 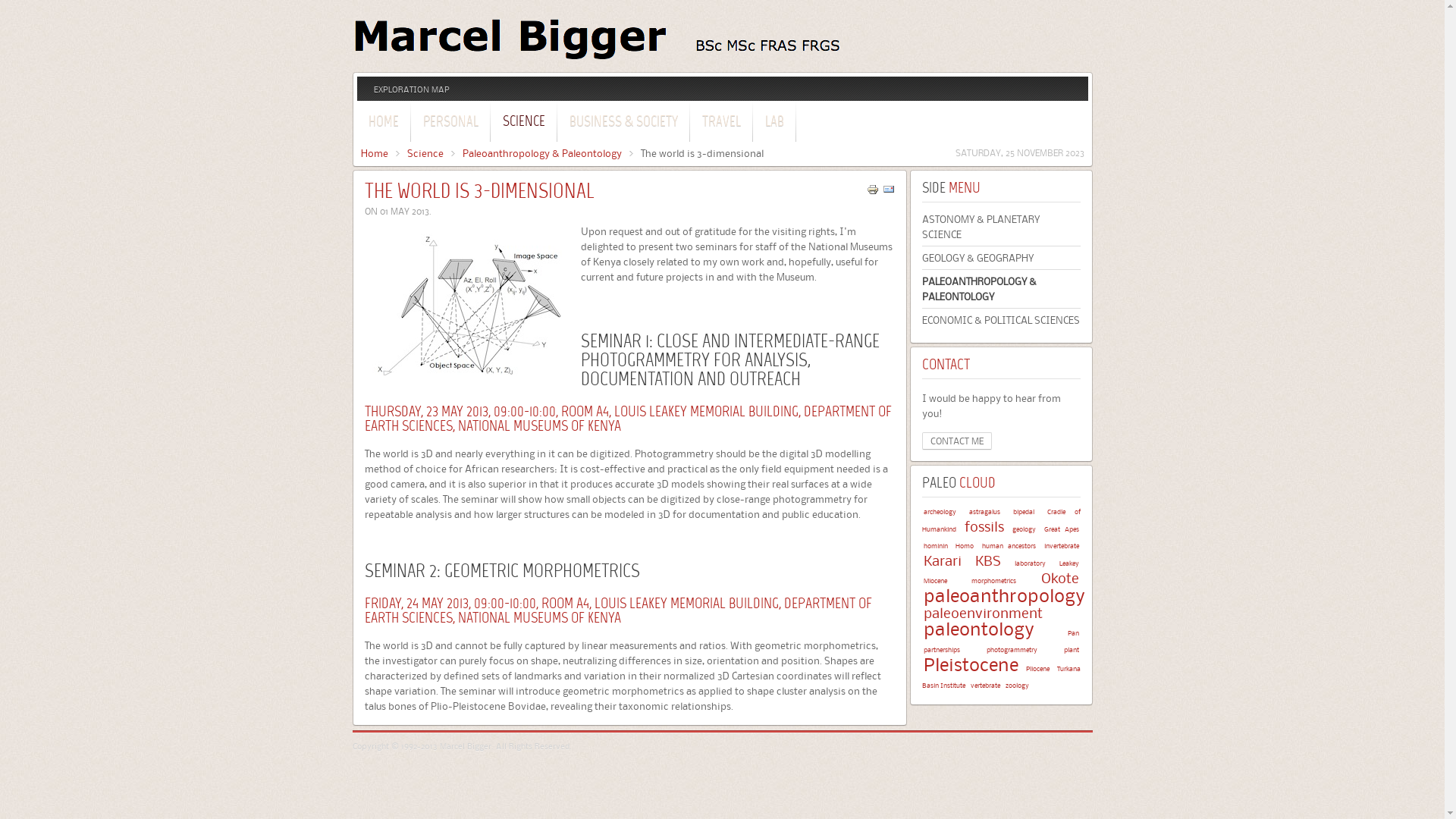 What do you see at coordinates (942, 560) in the screenshot?
I see `'Karari'` at bounding box center [942, 560].